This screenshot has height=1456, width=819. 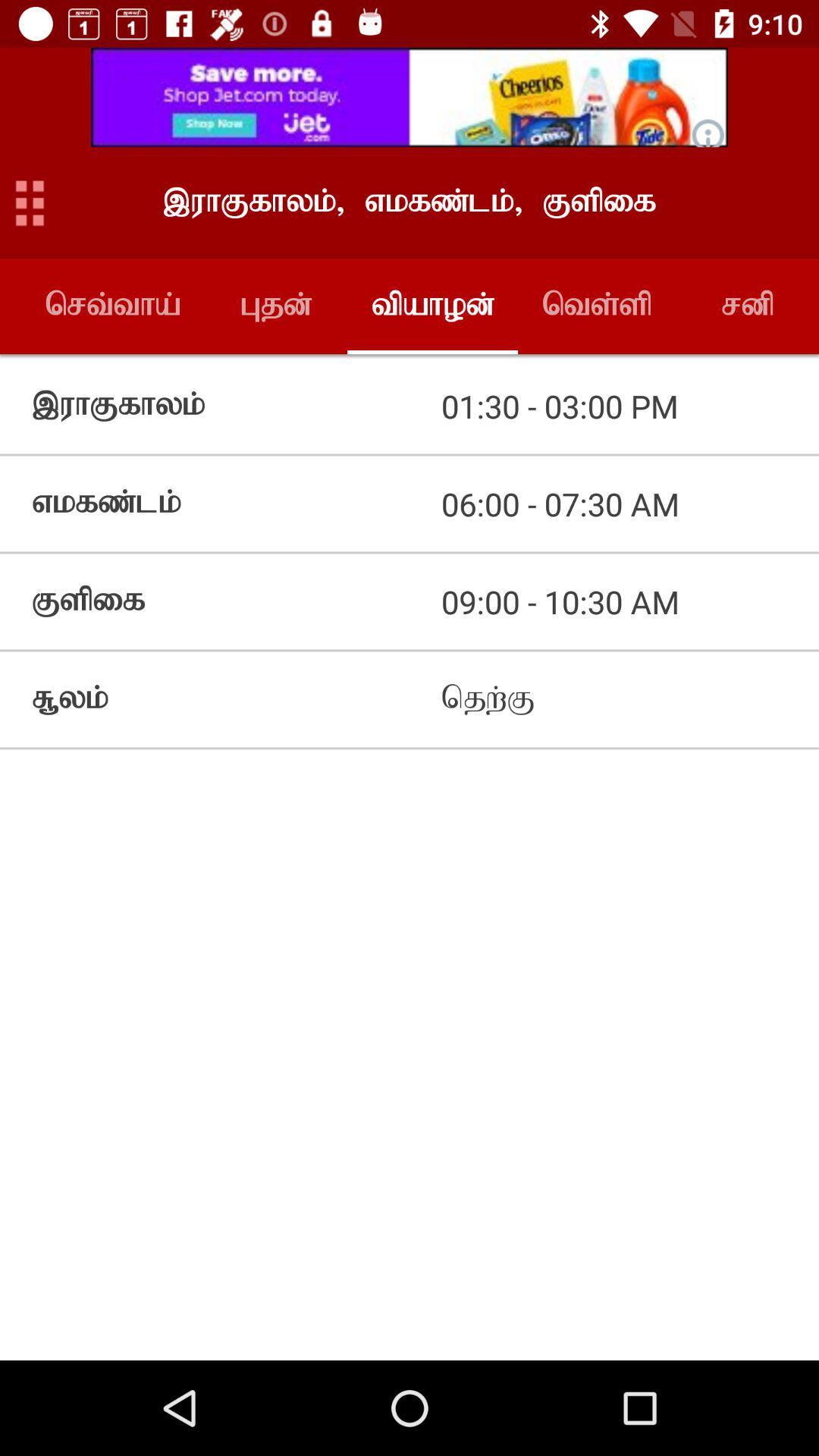 What do you see at coordinates (30, 202) in the screenshot?
I see `click app options` at bounding box center [30, 202].